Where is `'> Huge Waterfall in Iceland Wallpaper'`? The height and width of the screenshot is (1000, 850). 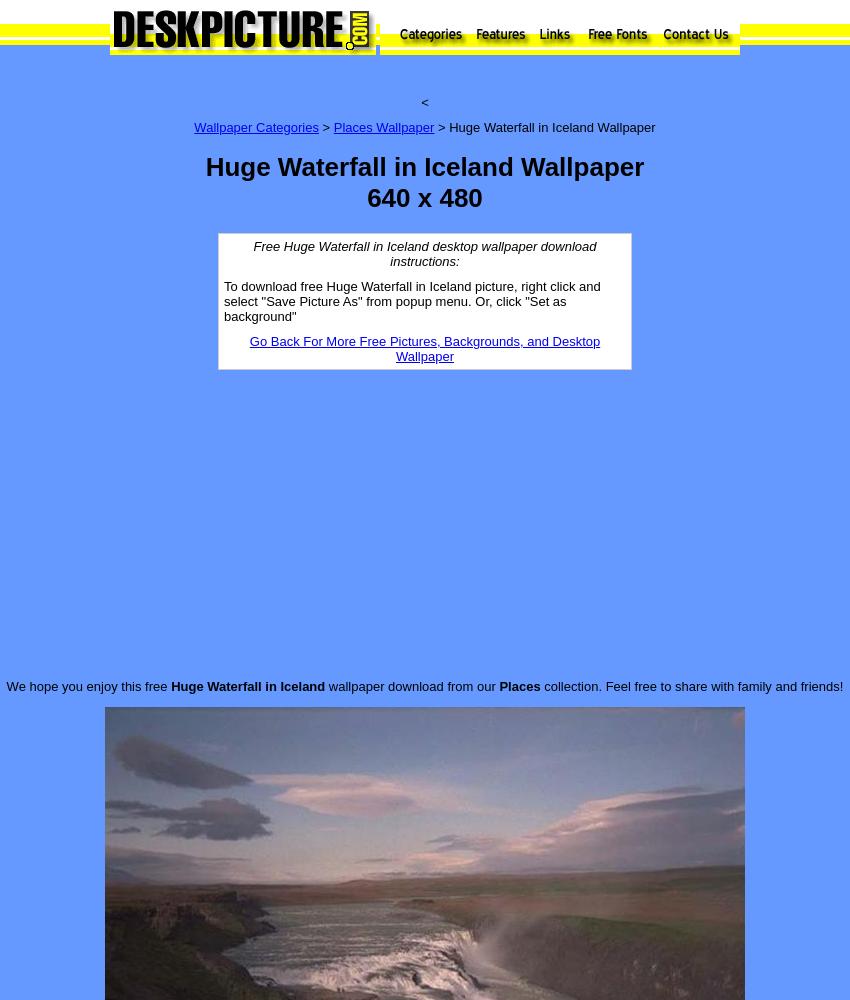 '> Huge Waterfall in Iceland Wallpaper' is located at coordinates (433, 127).